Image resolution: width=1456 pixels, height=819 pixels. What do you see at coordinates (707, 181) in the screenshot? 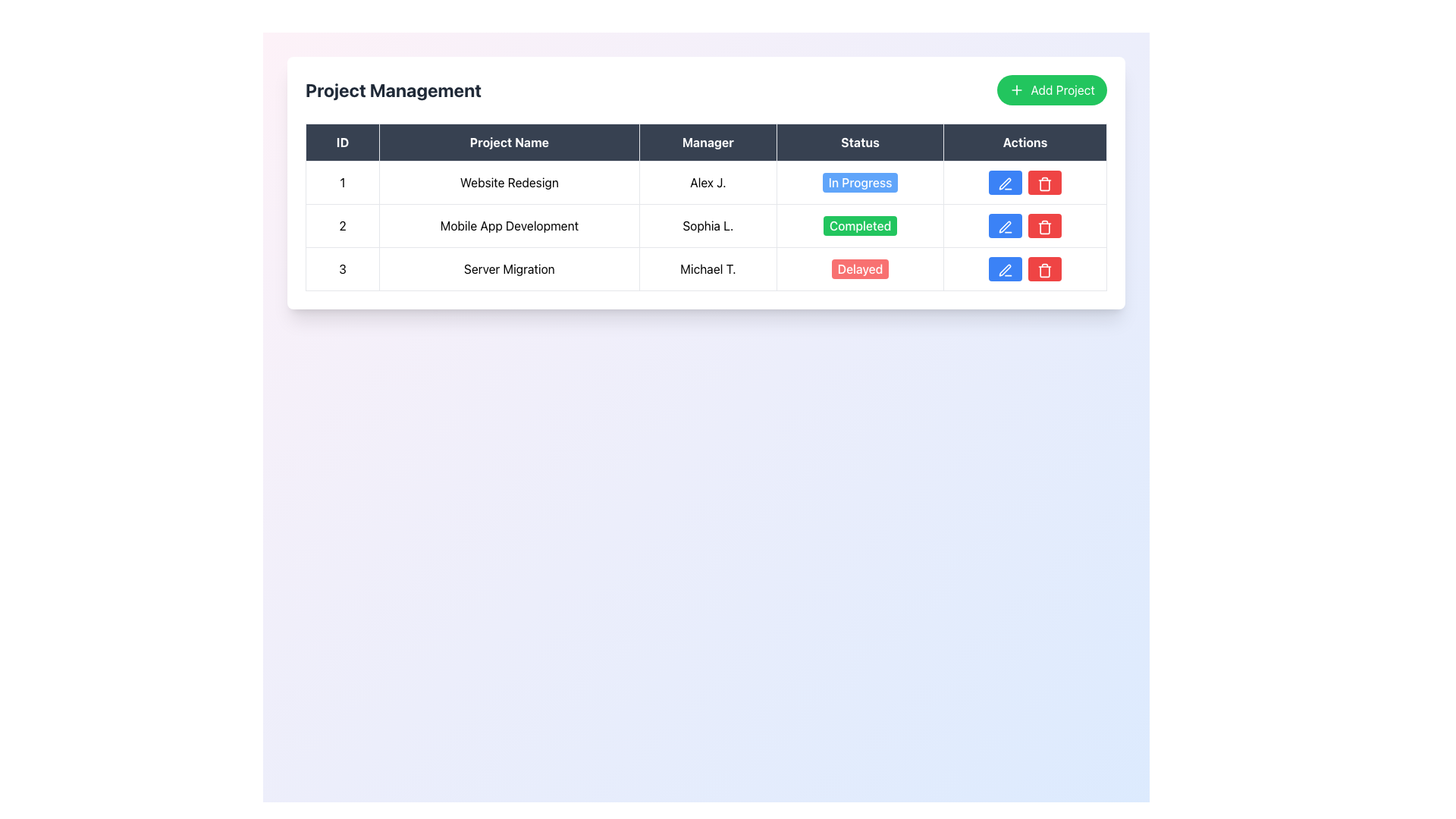
I see `the text label element that reads 'Alex J.' located in the third column of the first row of the table under the 'Manager' column, positioned between 'Website Redesign' and 'In Progress'` at bounding box center [707, 181].